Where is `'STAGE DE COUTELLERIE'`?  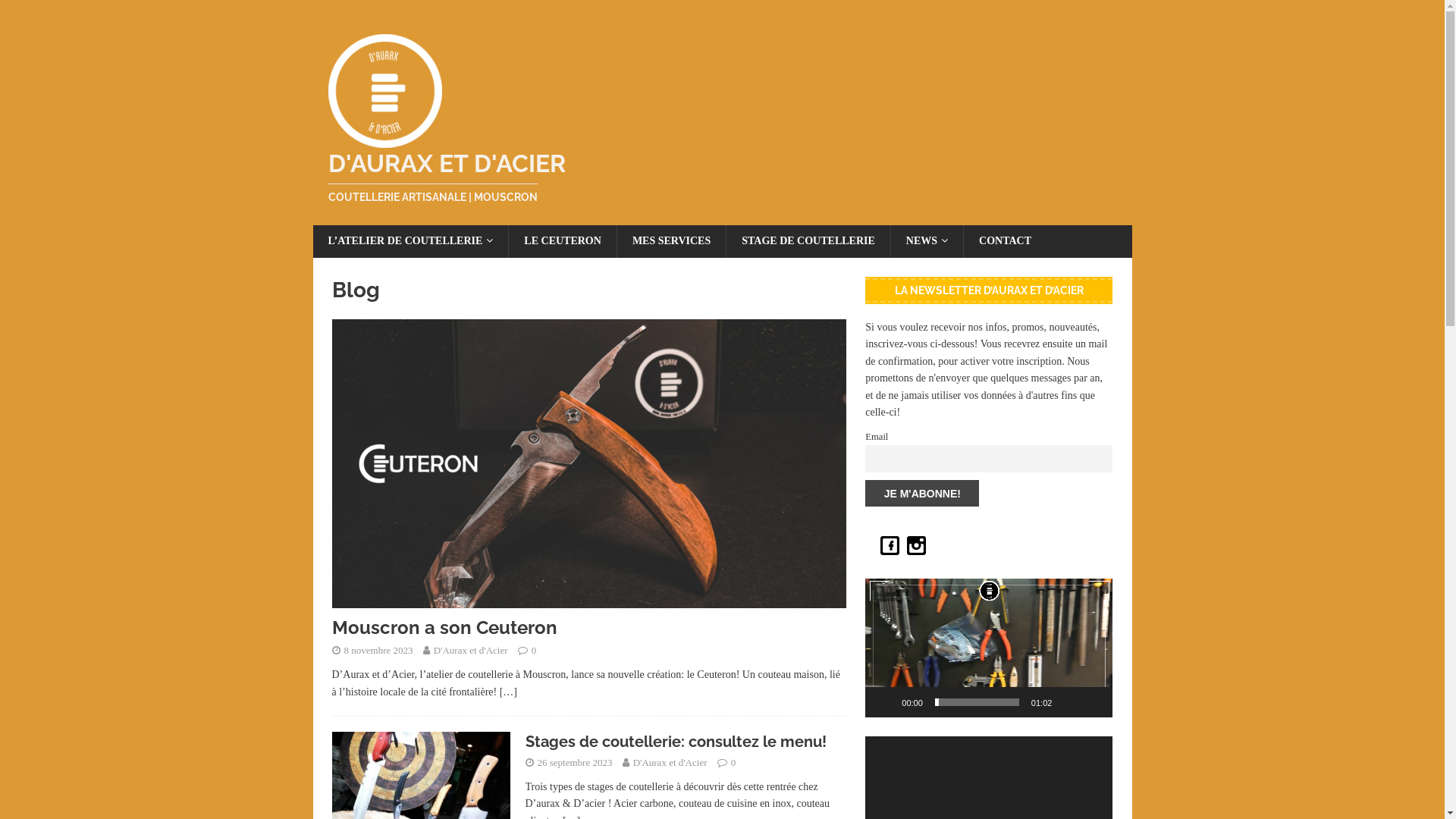 'STAGE DE COUTELLERIE' is located at coordinates (807, 240).